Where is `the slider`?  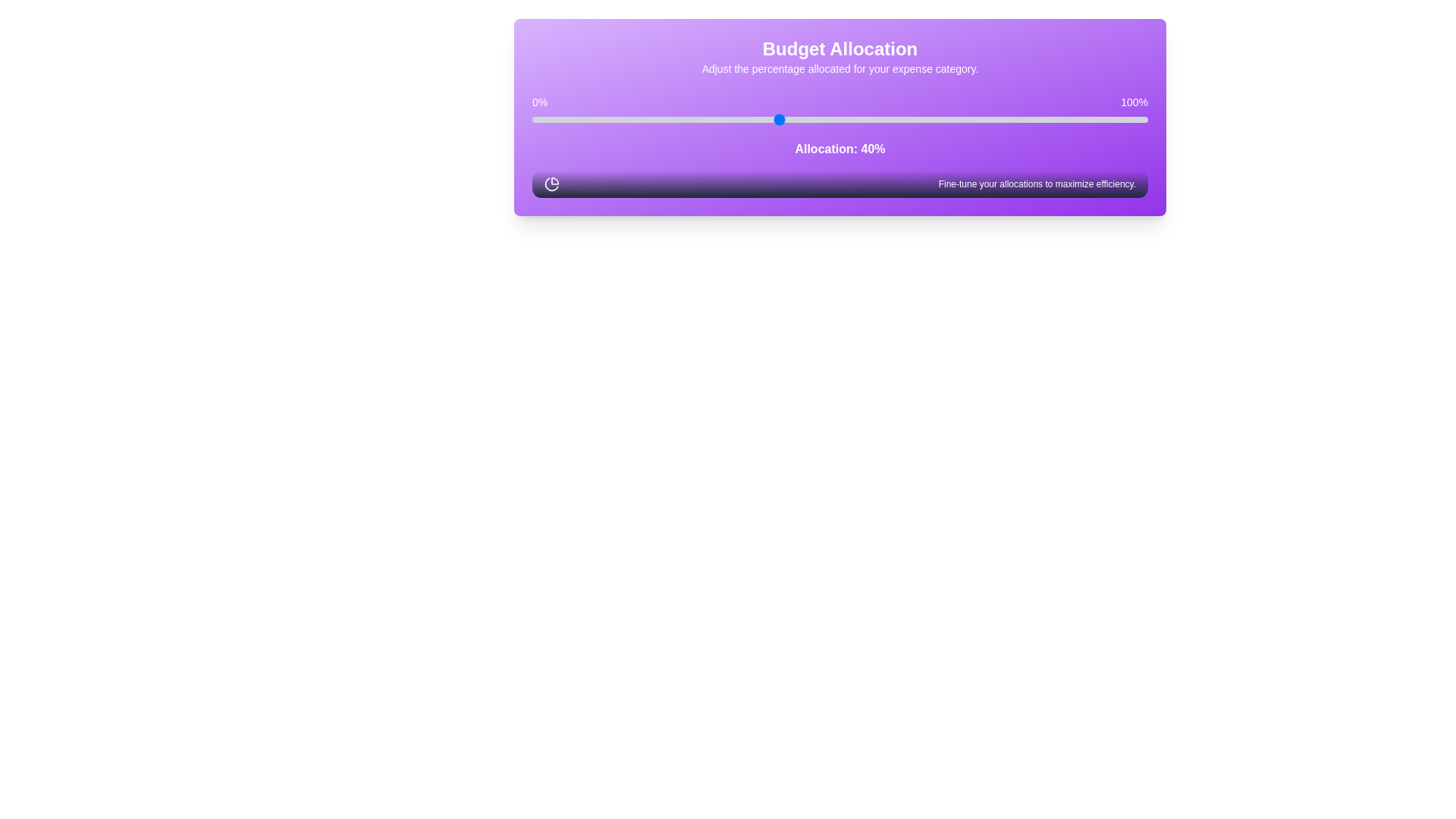
the slider is located at coordinates (544, 119).